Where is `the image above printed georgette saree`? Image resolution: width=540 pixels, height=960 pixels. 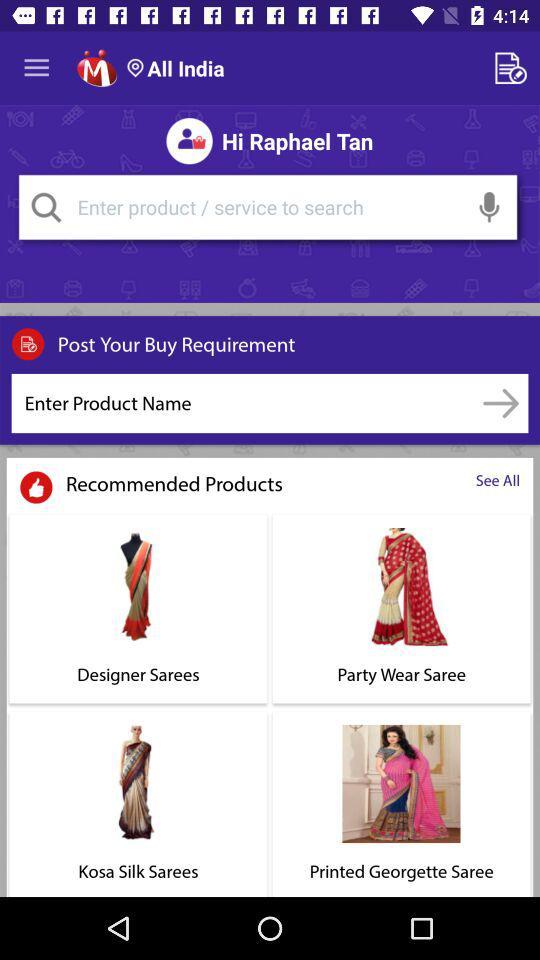
the image above printed georgette saree is located at coordinates (401, 784).